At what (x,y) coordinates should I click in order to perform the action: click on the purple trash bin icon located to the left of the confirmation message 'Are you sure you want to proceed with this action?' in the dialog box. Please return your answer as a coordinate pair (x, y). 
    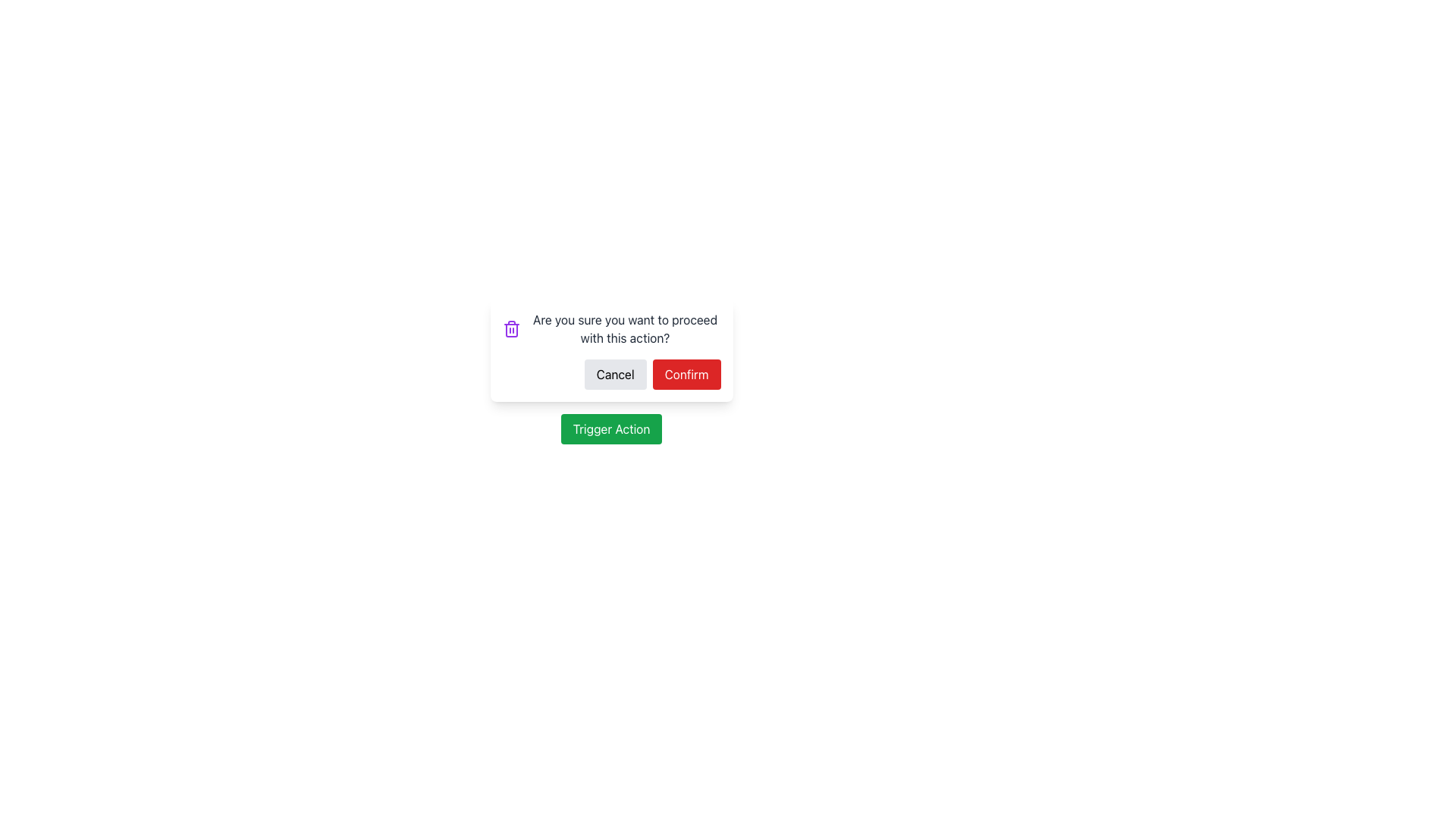
    Looking at the image, I should click on (511, 328).